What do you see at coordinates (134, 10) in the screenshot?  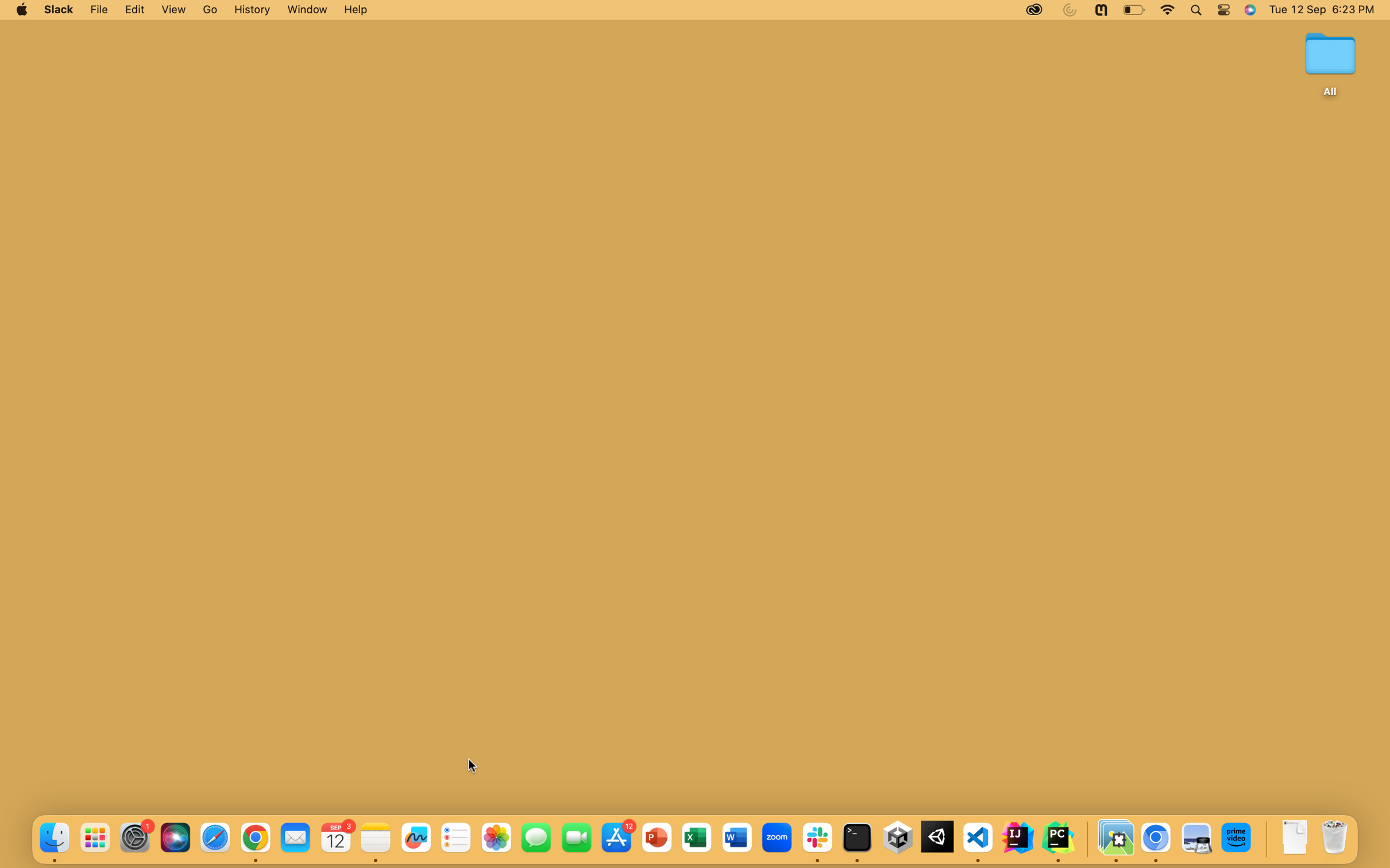 I see `the Edit Options button` at bounding box center [134, 10].